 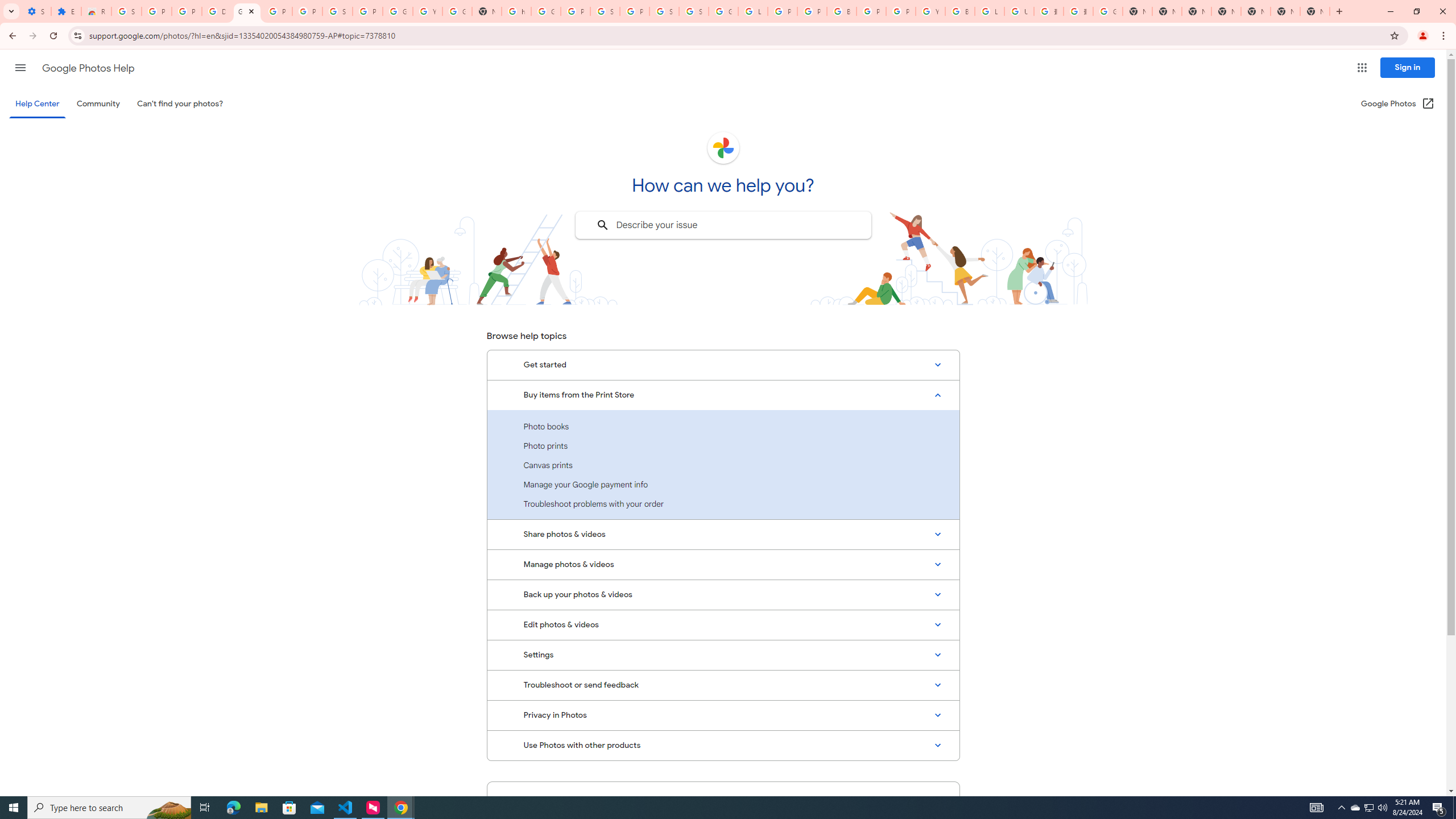 I want to click on 'Use Photos with other products', so click(x=723, y=744).